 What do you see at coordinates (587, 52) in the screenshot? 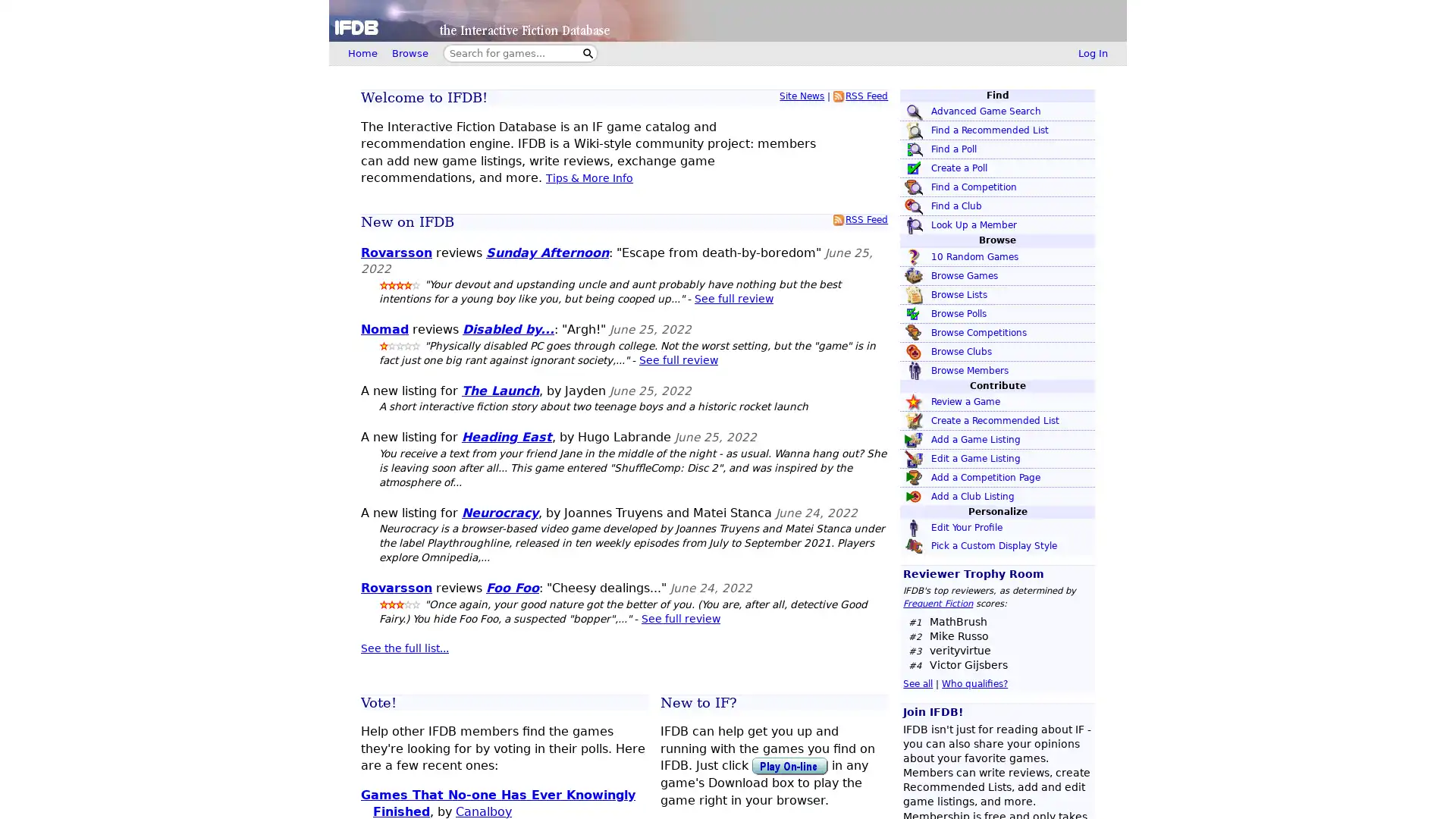
I see `Search` at bounding box center [587, 52].